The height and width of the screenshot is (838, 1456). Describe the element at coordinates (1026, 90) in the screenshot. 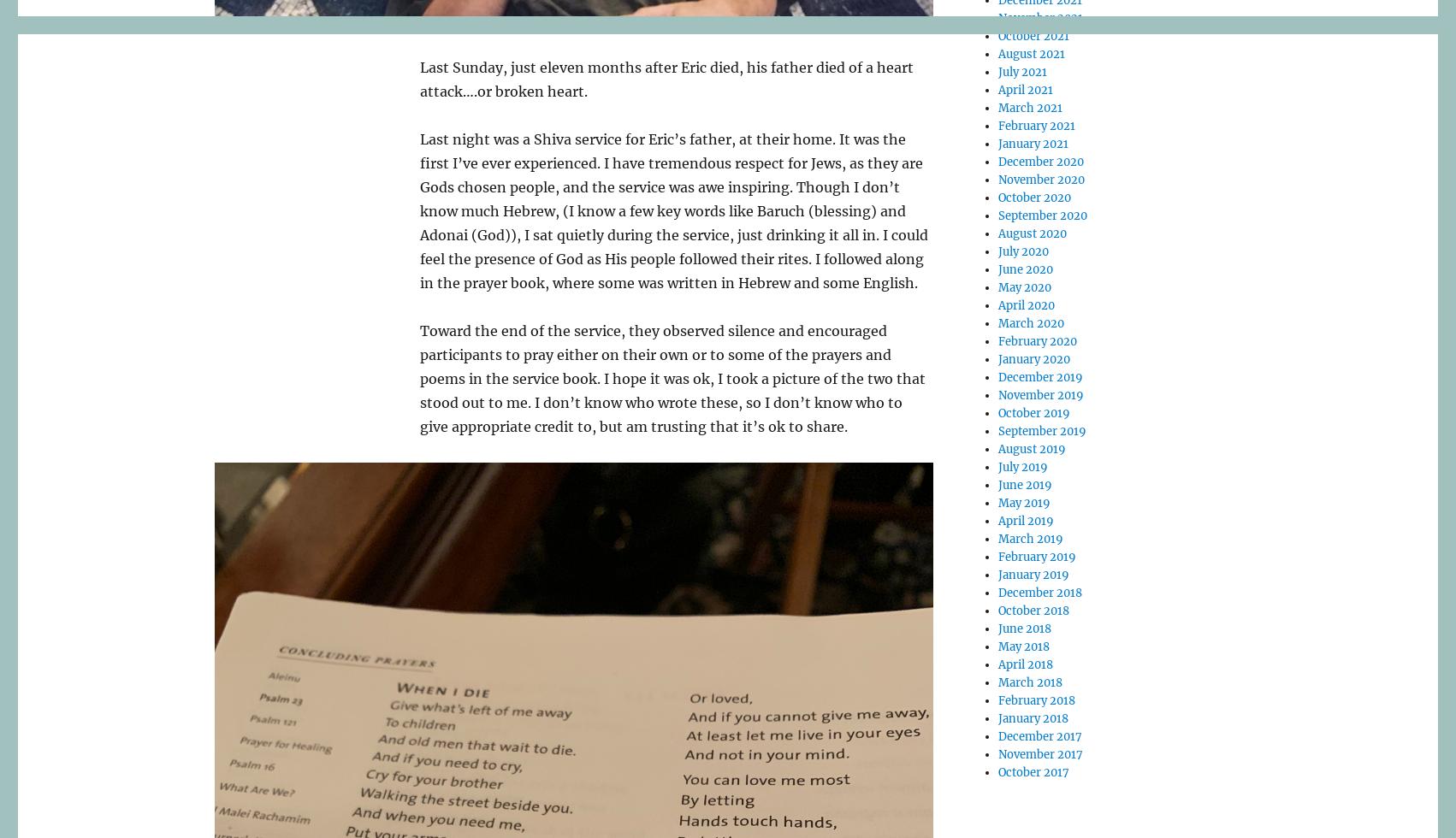

I see `'April 2021'` at that location.